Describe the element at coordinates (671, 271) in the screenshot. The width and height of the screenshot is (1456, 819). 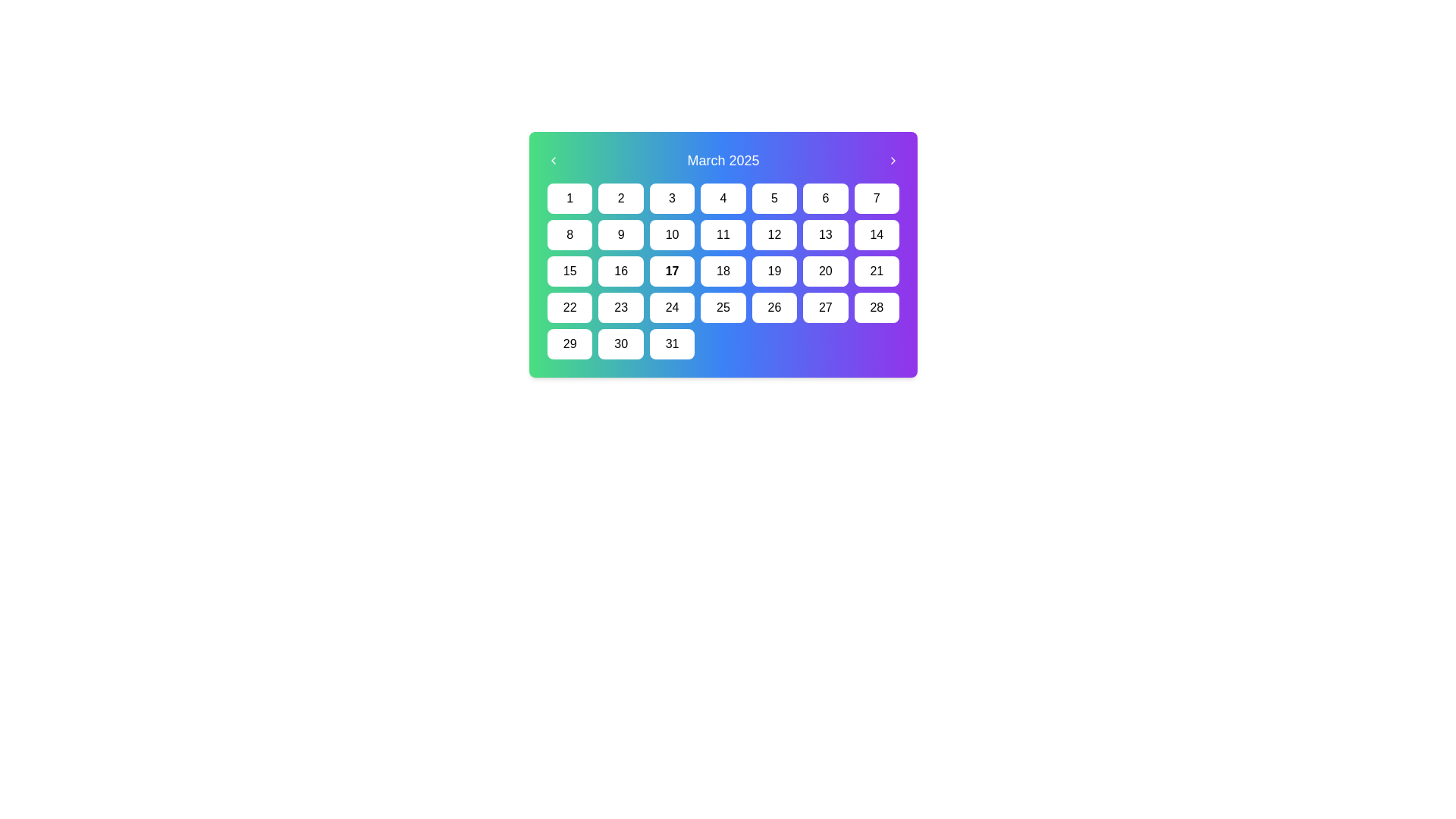
I see `the clickable calendar day cell displaying the number '17', which has a blue background and bold white text` at that location.